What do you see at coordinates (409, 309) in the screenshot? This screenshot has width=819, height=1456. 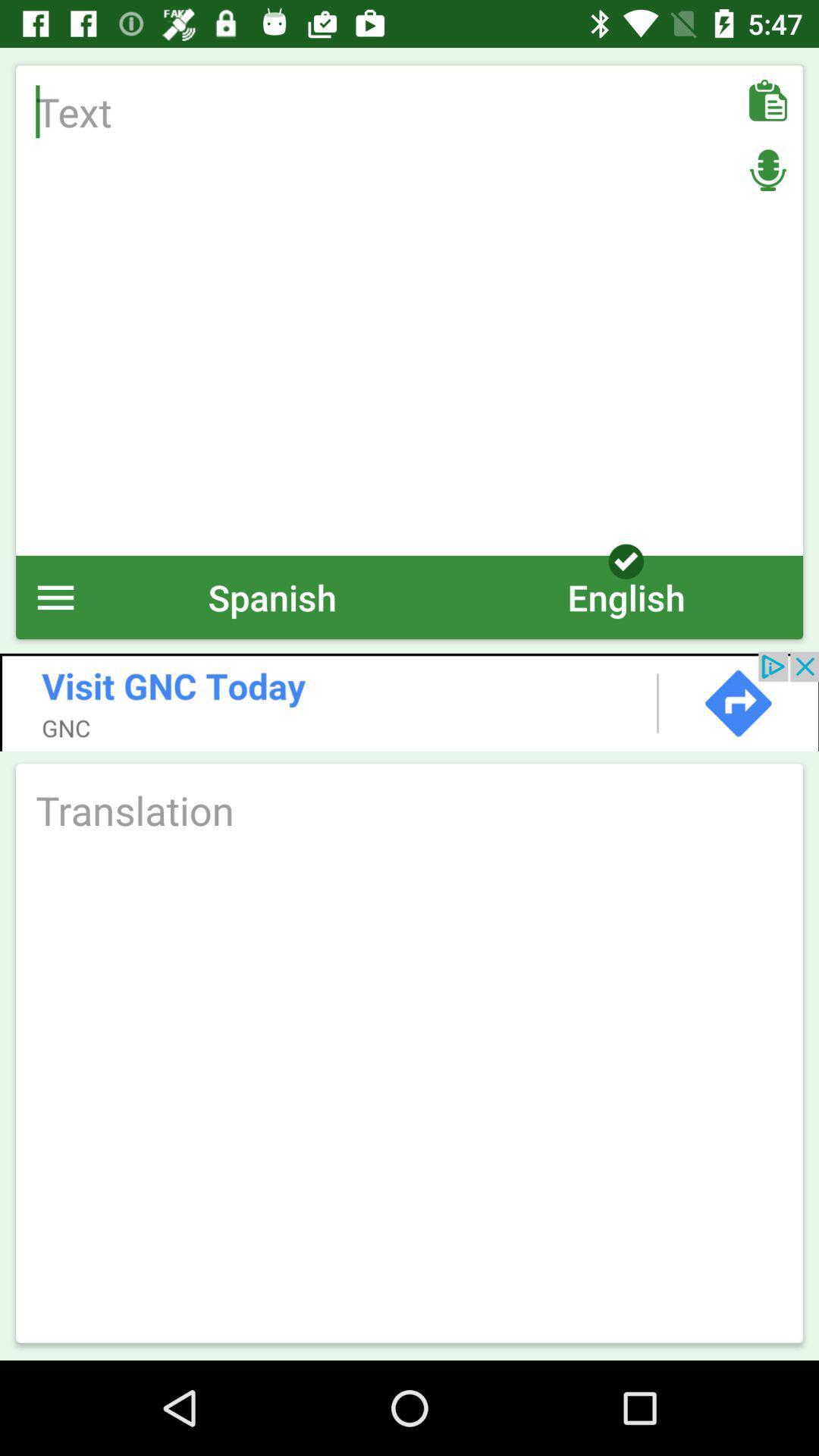 I see `enter text` at bounding box center [409, 309].